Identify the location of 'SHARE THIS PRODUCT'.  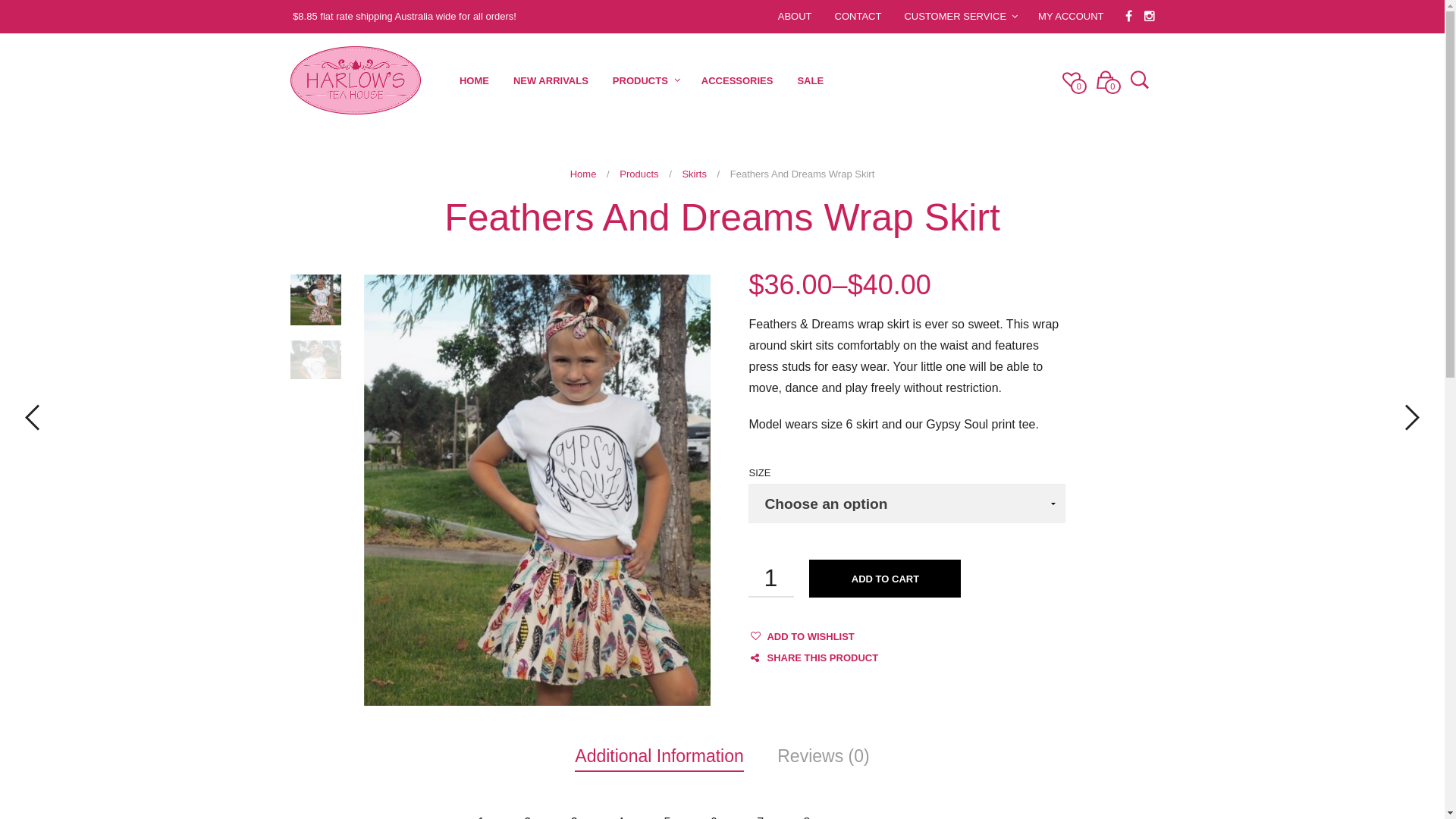
(812, 657).